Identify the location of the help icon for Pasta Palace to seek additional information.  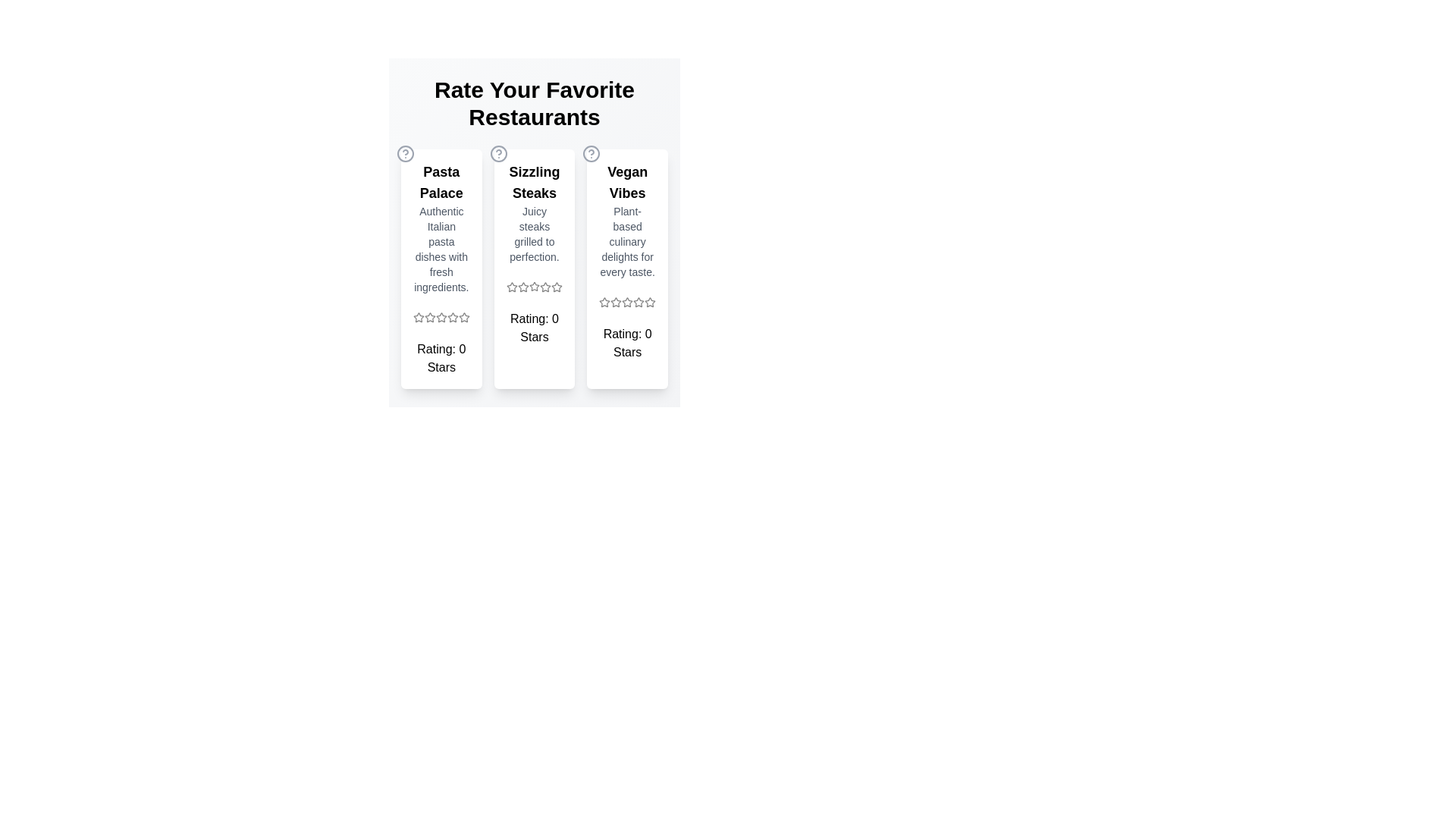
(405, 154).